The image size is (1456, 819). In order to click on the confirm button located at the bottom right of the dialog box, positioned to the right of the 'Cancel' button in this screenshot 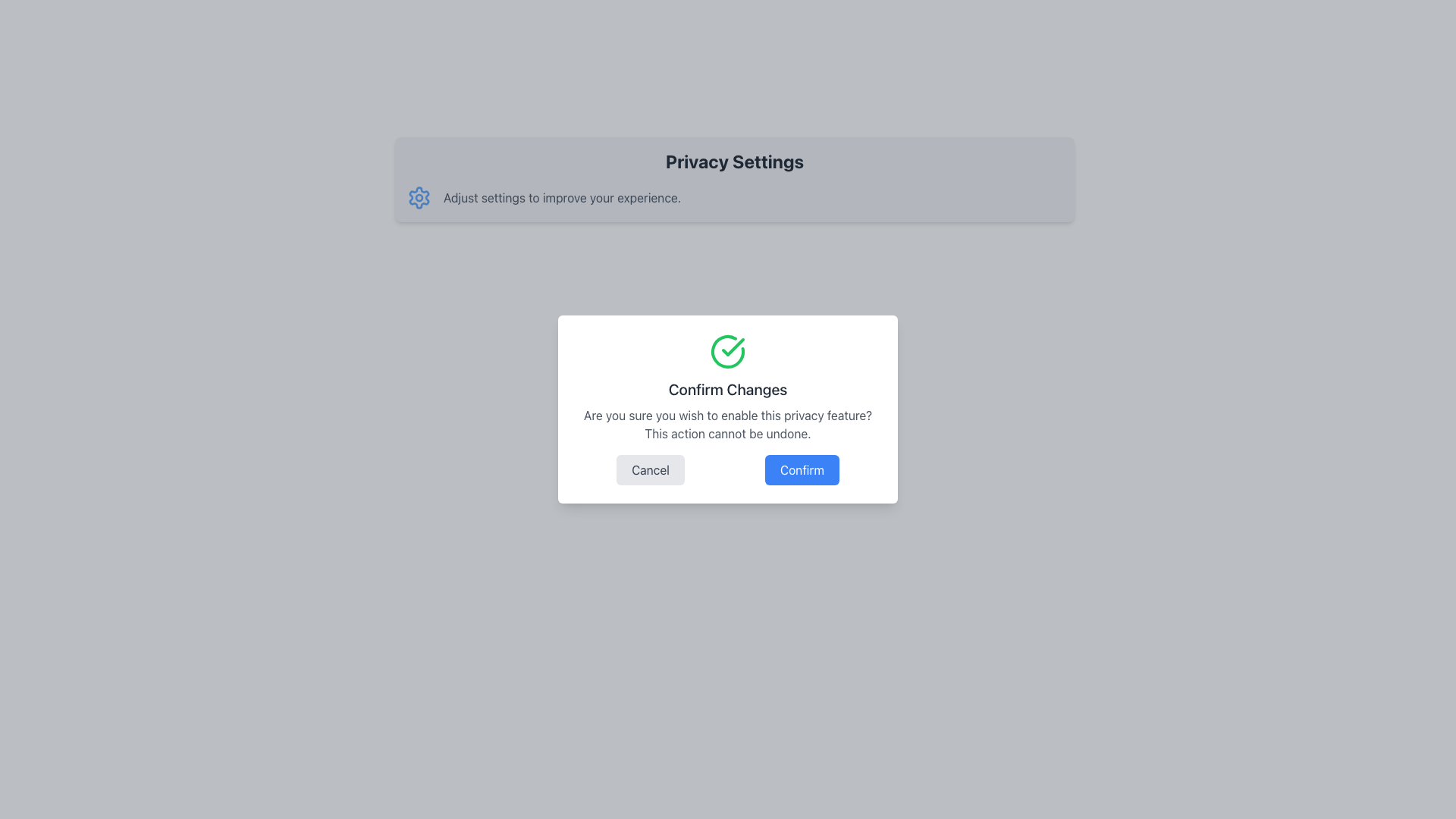, I will do `click(801, 469)`.